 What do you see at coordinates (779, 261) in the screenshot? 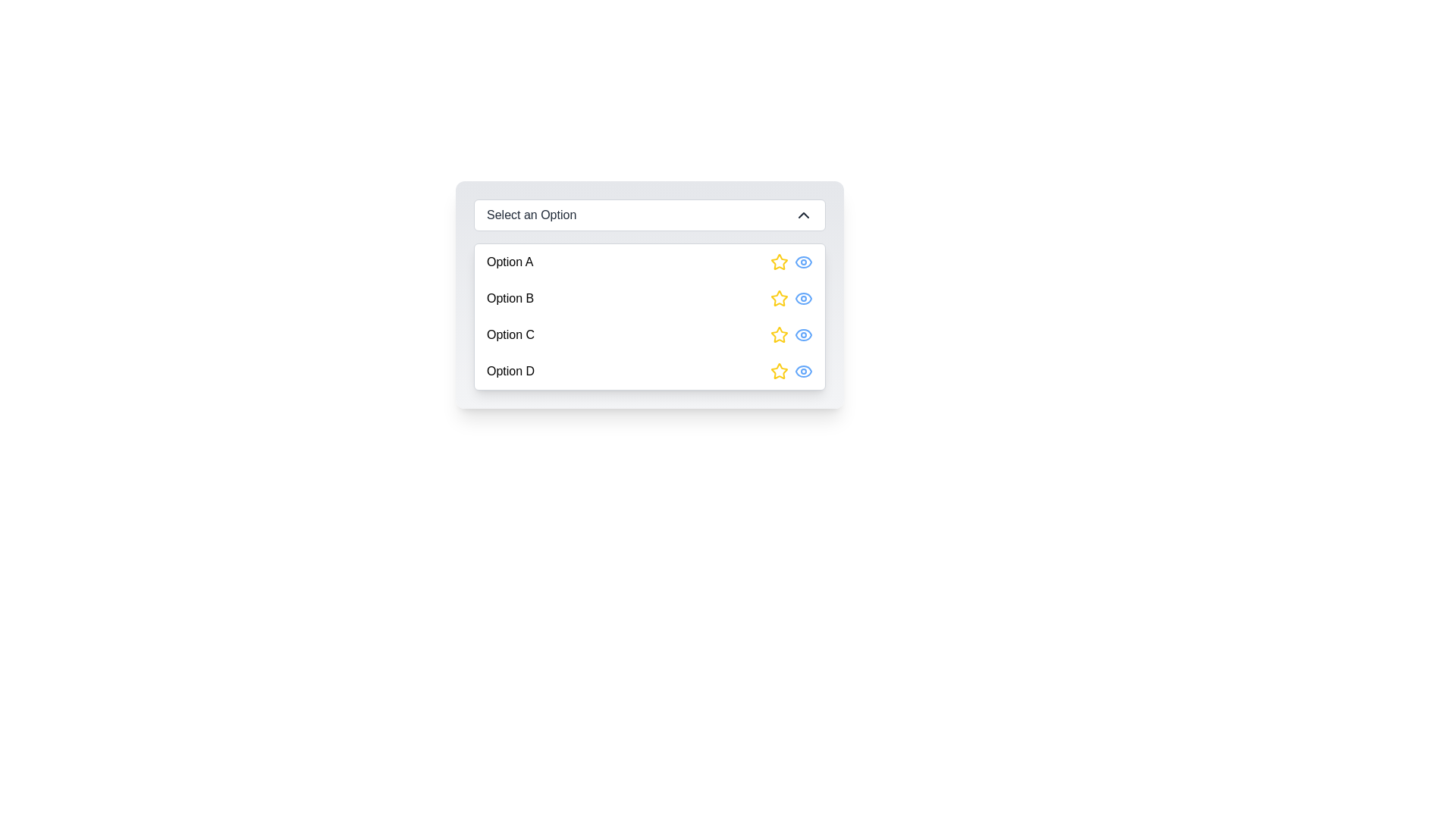
I see `the yellow star-shaped rating icon on the far-right of 'Option A'` at bounding box center [779, 261].